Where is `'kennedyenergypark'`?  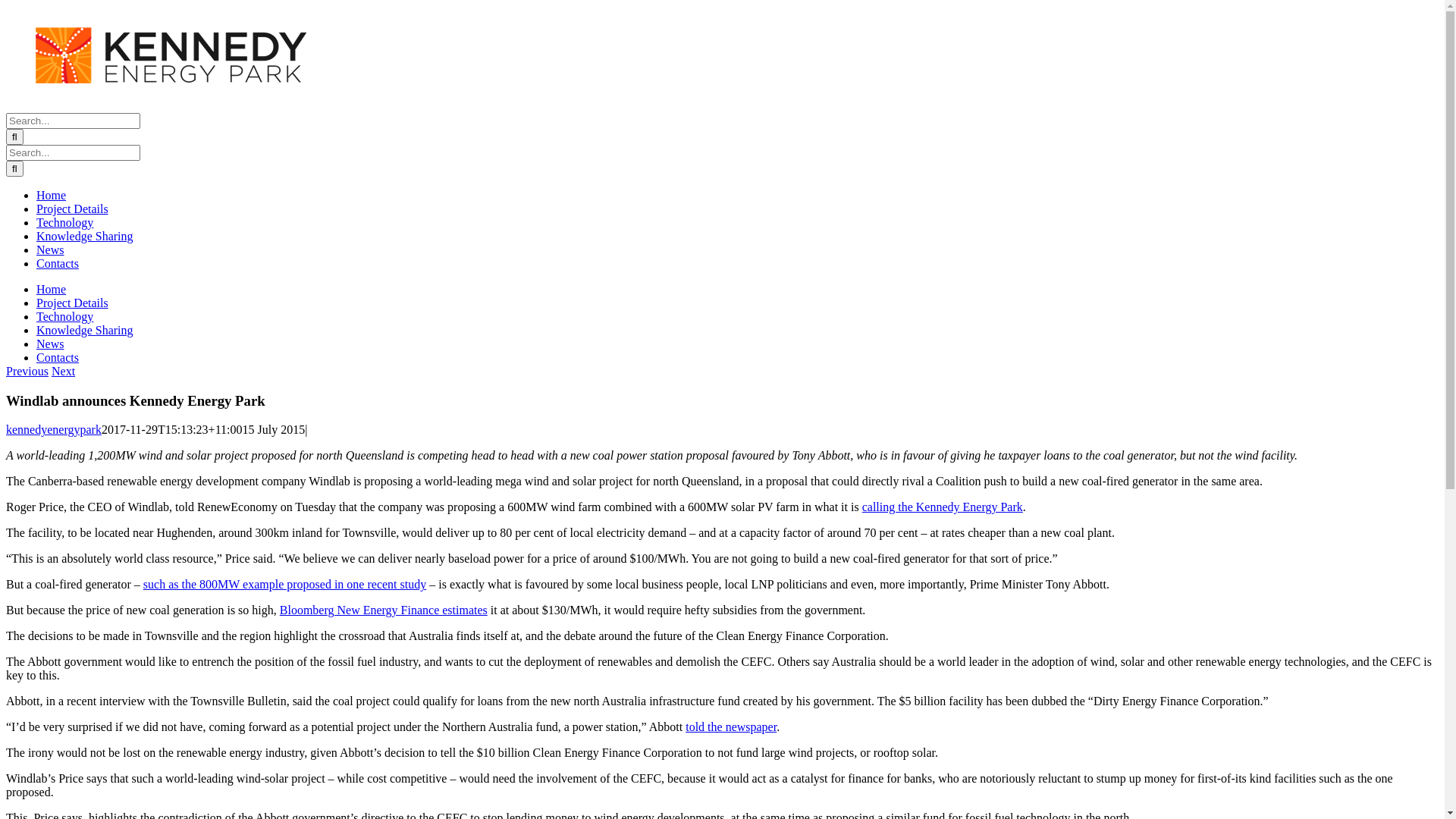
'kennedyenergypark' is located at coordinates (54, 429).